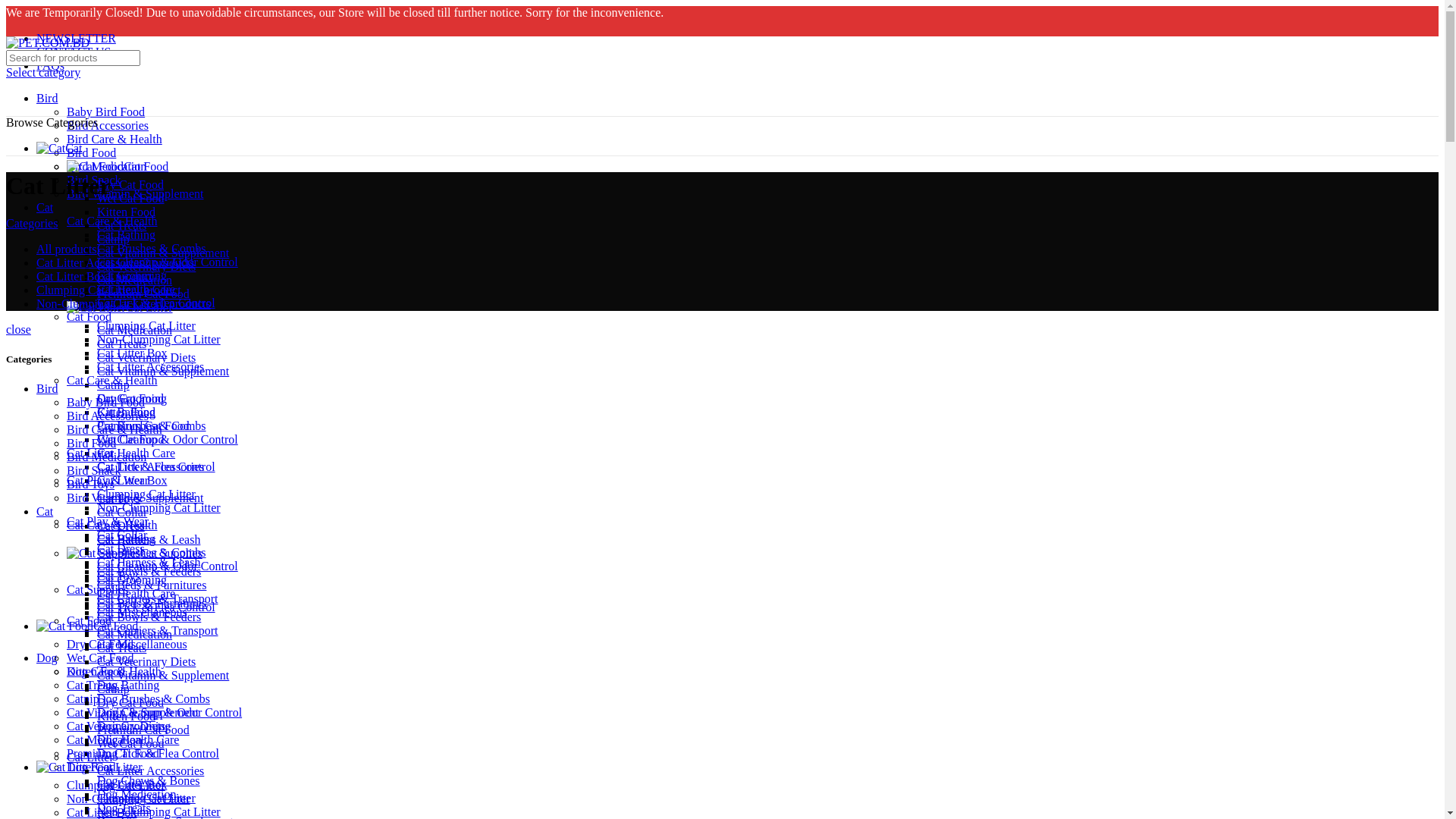  What do you see at coordinates (146, 325) in the screenshot?
I see `'Clumping Cat Litter'` at bounding box center [146, 325].